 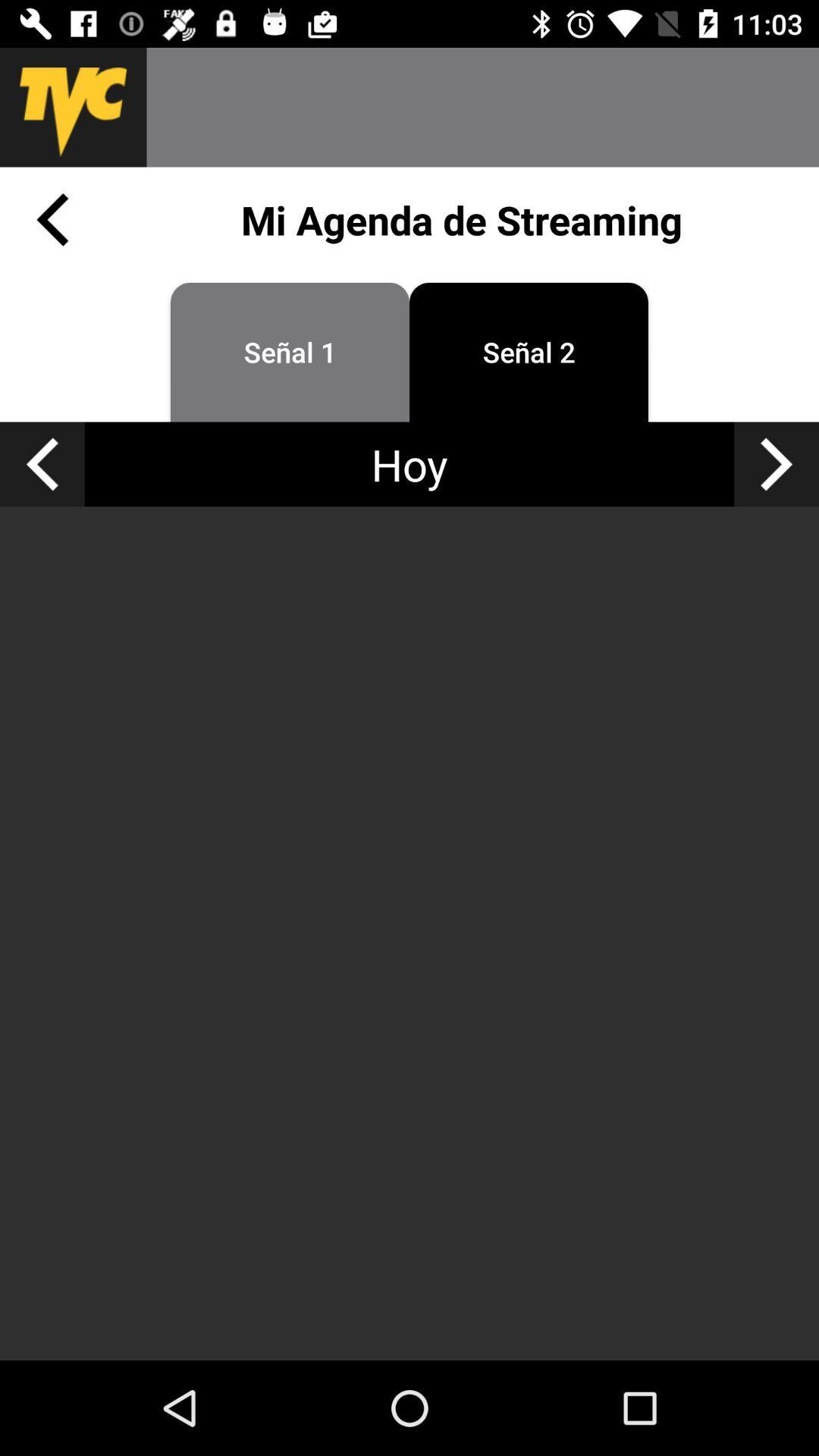 I want to click on icon below the mi agenda de app, so click(x=528, y=351).